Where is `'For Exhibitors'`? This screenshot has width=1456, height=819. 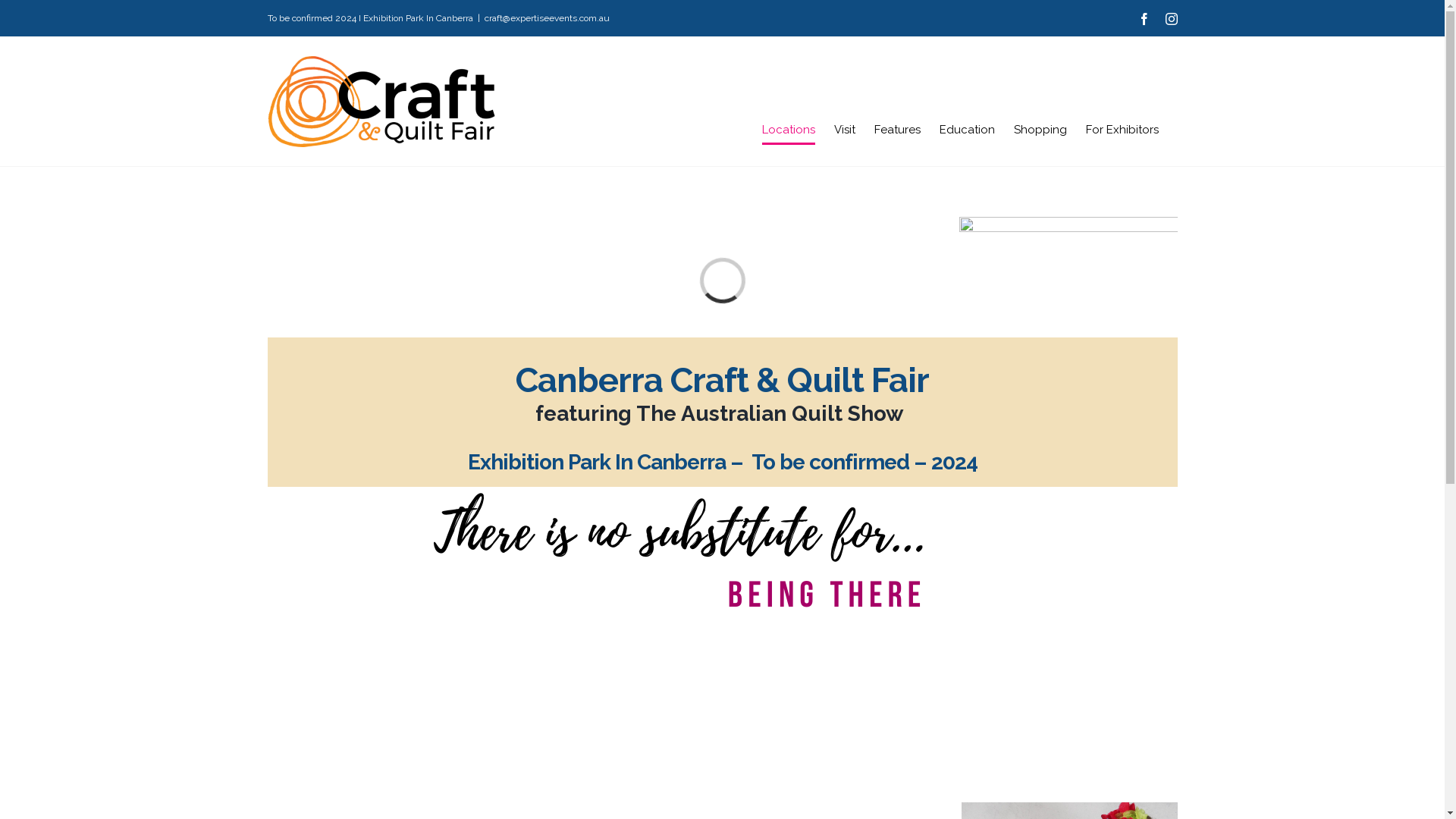
'For Exhibitors' is located at coordinates (1122, 128).